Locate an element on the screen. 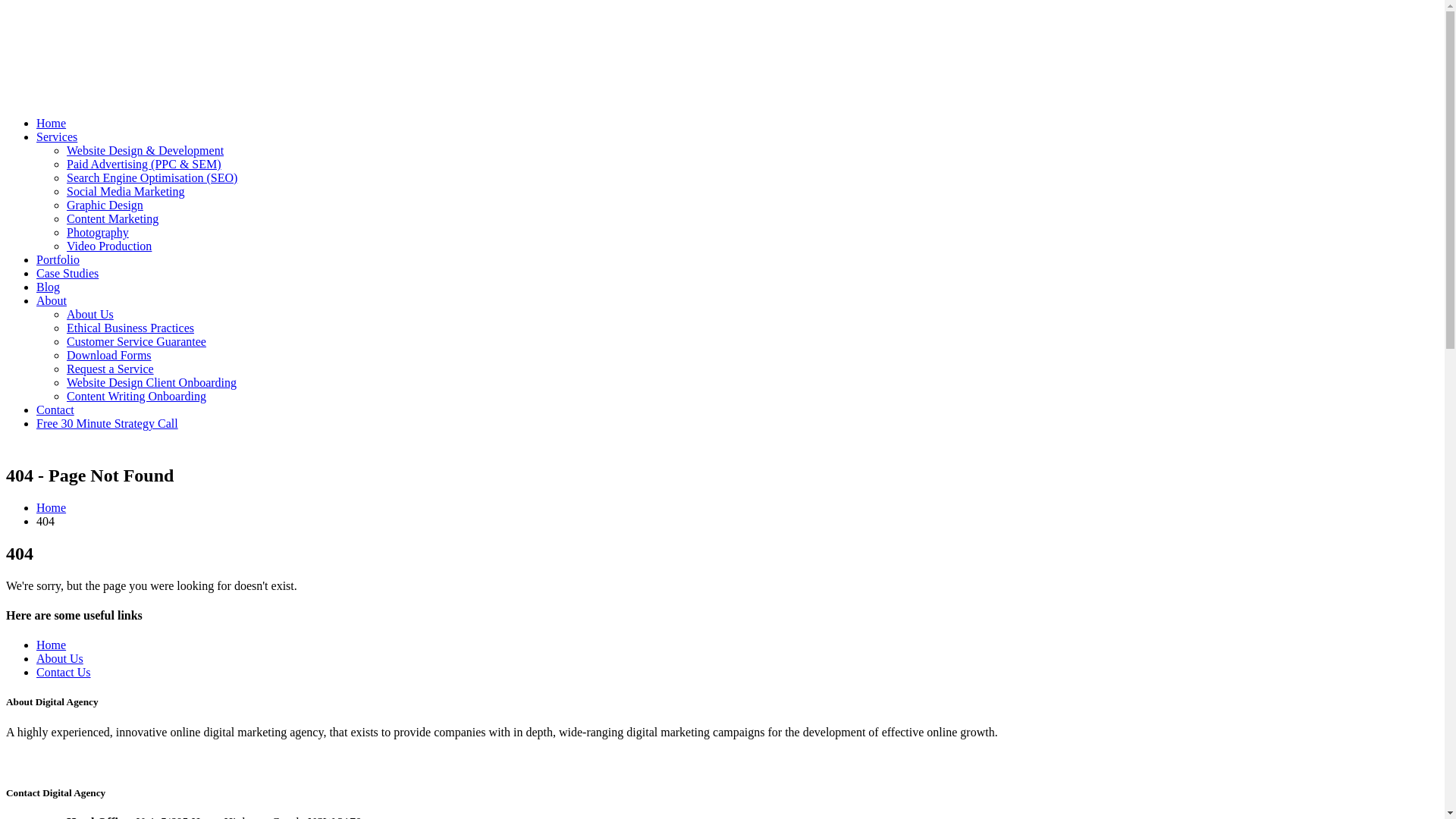 The image size is (1456, 819). 'Contact' is located at coordinates (55, 409).